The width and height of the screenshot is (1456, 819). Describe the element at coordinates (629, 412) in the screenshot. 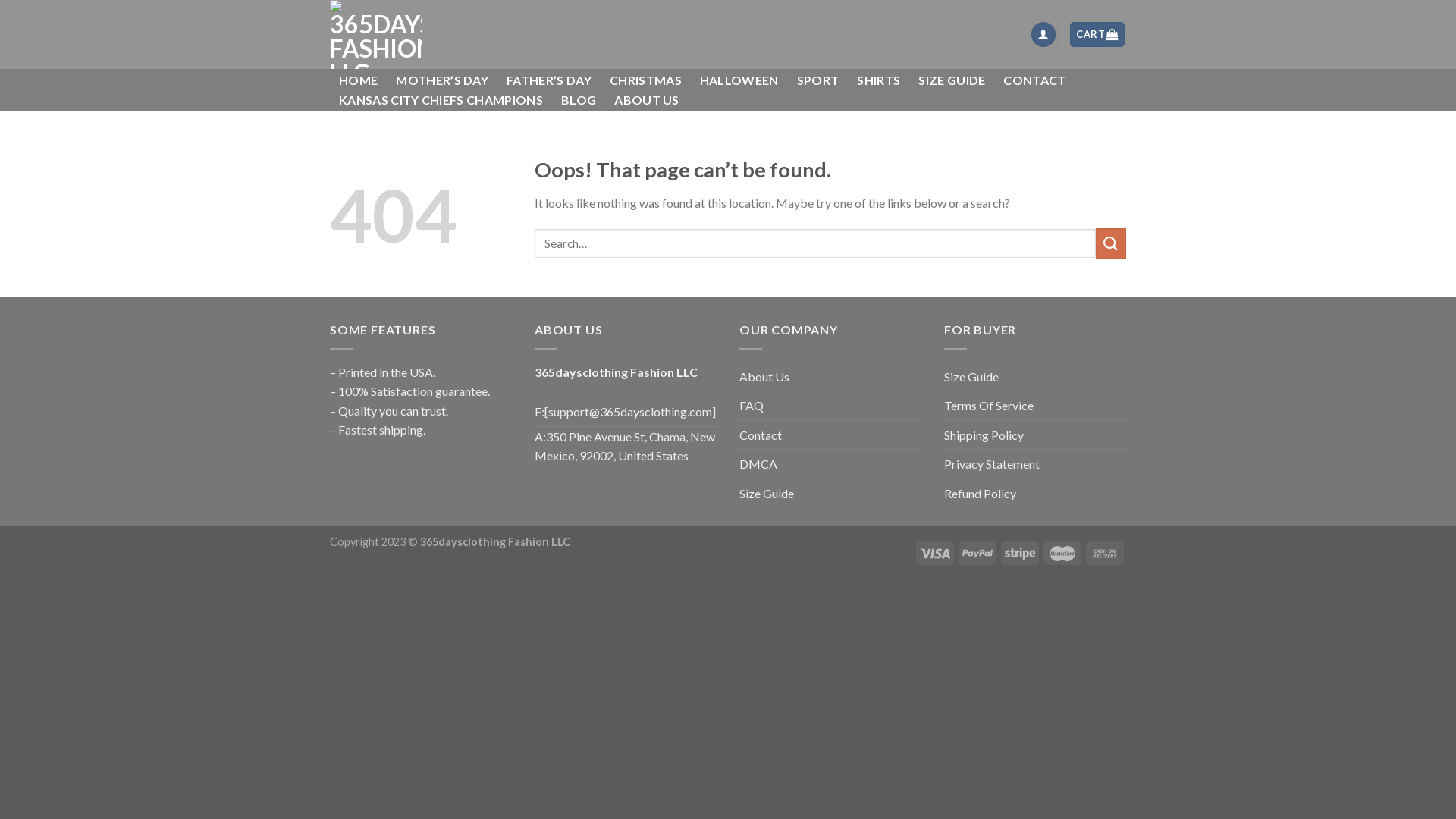

I see `'[support@365daysclothing.com]'` at that location.